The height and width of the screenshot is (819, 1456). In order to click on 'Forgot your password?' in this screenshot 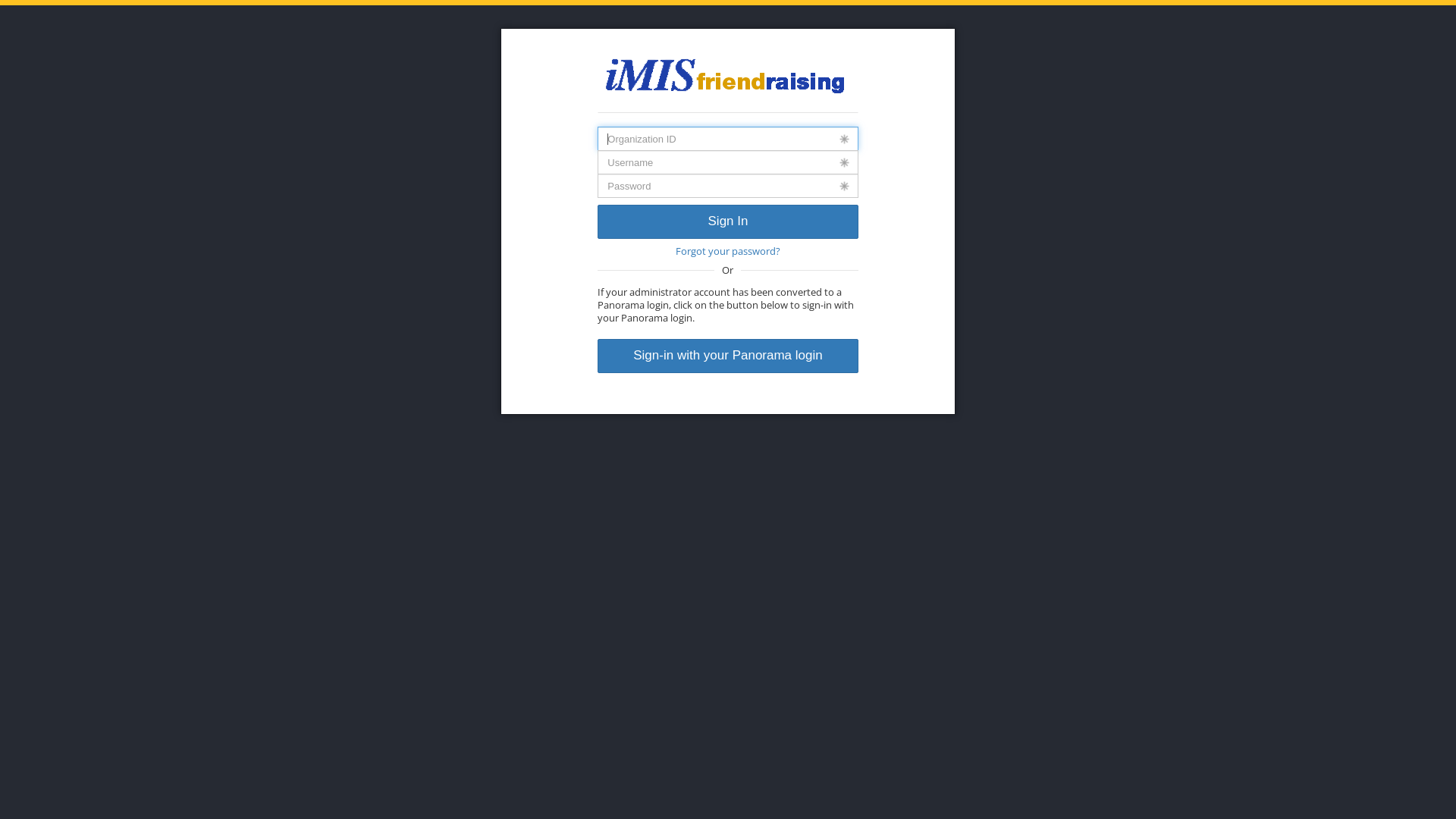, I will do `click(726, 250)`.